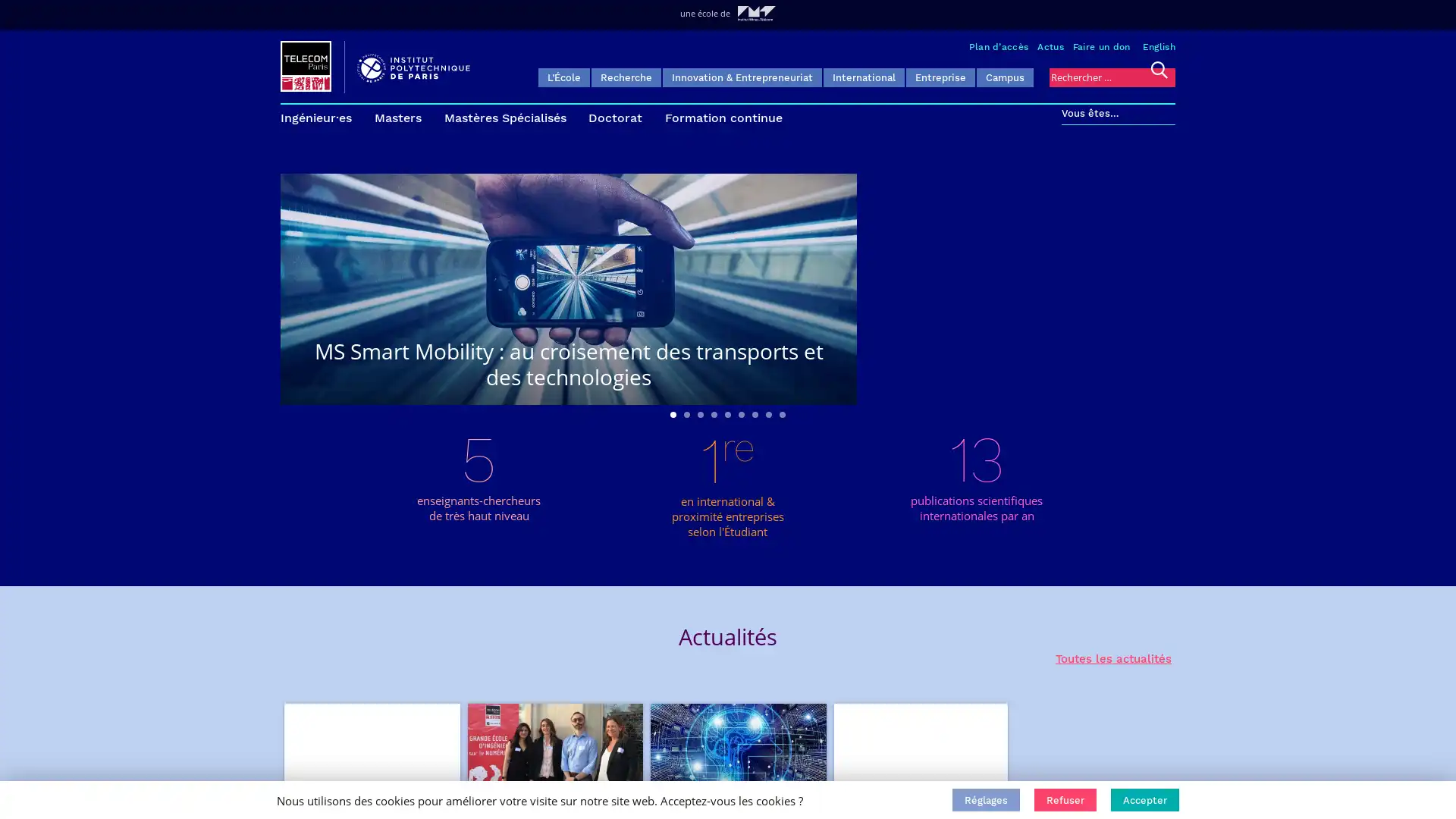 This screenshot has height=819, width=1456. Describe the element at coordinates (986, 799) in the screenshot. I see `Reglages` at that location.